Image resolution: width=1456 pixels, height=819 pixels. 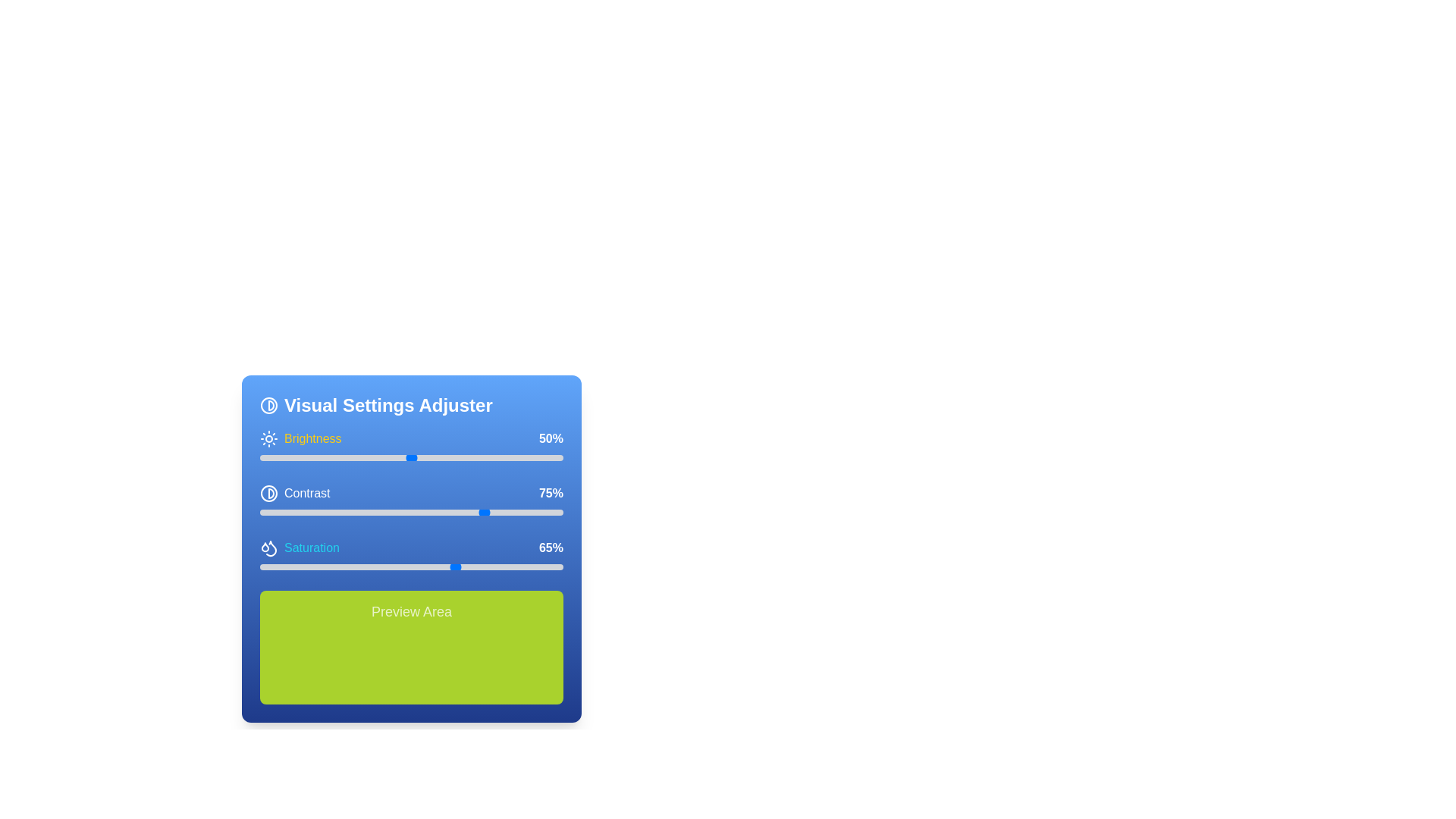 What do you see at coordinates (269, 438) in the screenshot?
I see `the circular bright sun icon with a white outline and blue backdrop, located to the left of the 'Brightness' text label in the visual settings adjuster group` at bounding box center [269, 438].